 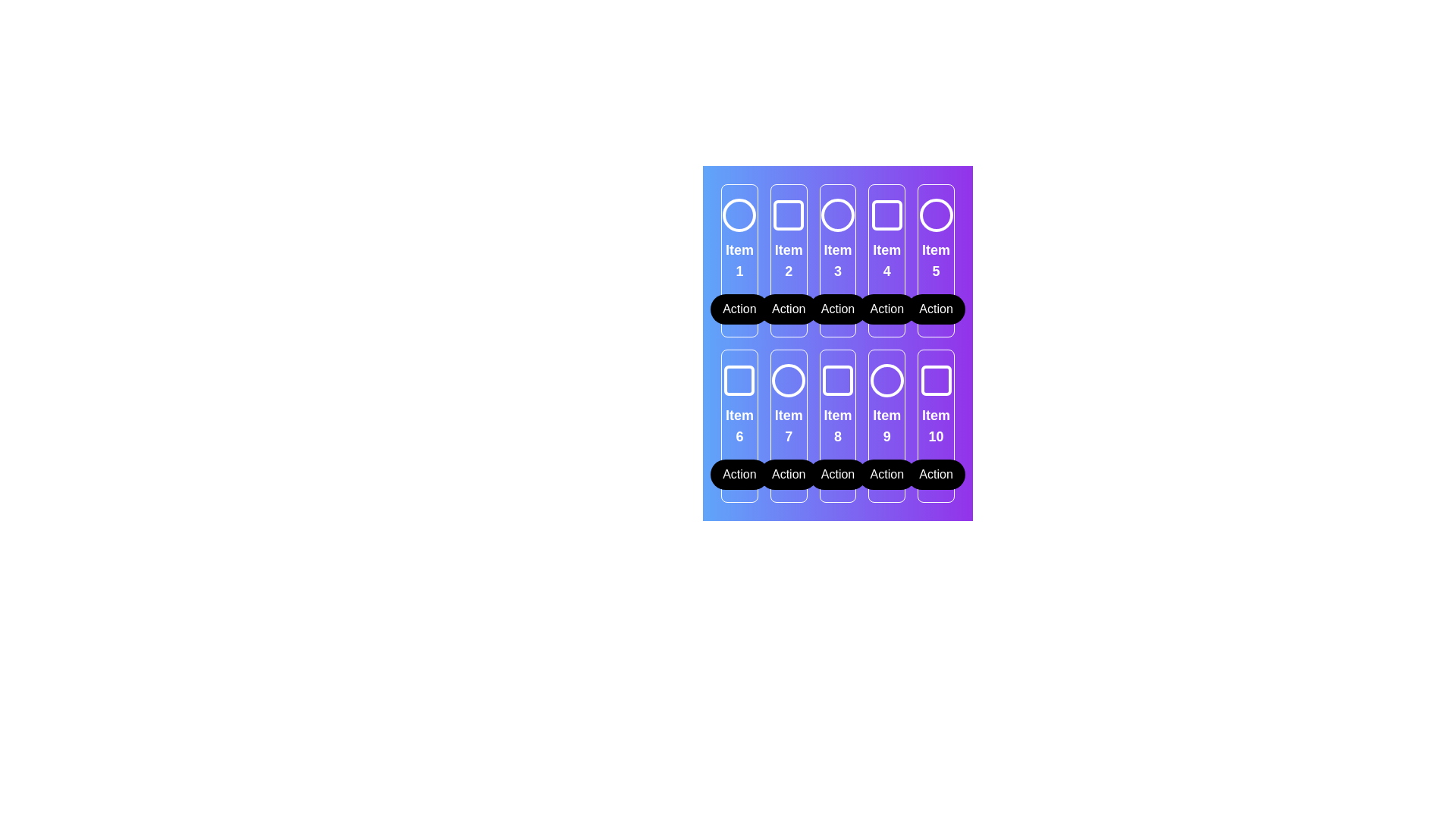 What do you see at coordinates (836, 309) in the screenshot?
I see `the button labeled 'Action' which is styled with a black background and white text, located below 'Item 3' in the grid layout` at bounding box center [836, 309].